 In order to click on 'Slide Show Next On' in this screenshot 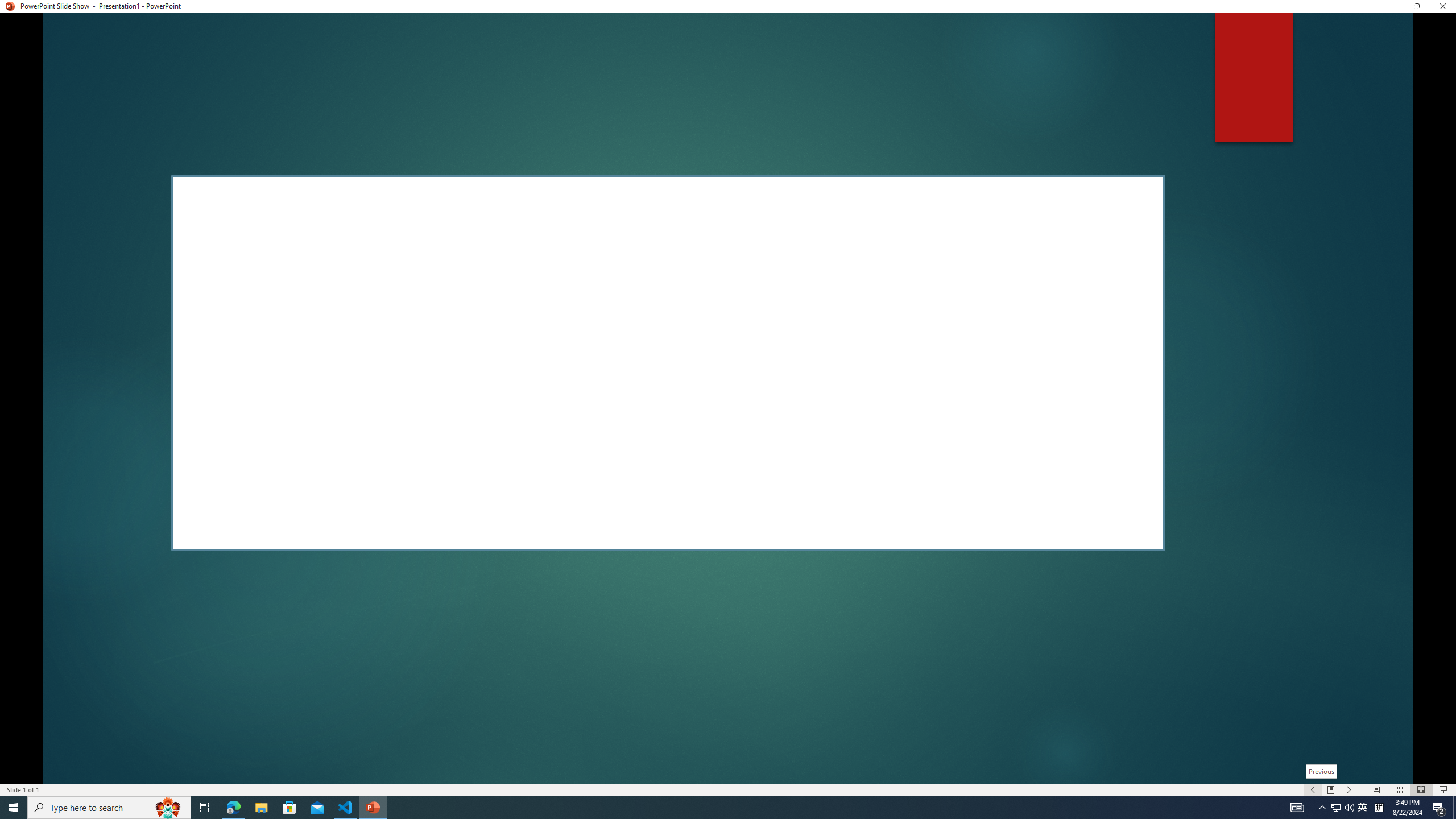, I will do `click(1349, 790)`.